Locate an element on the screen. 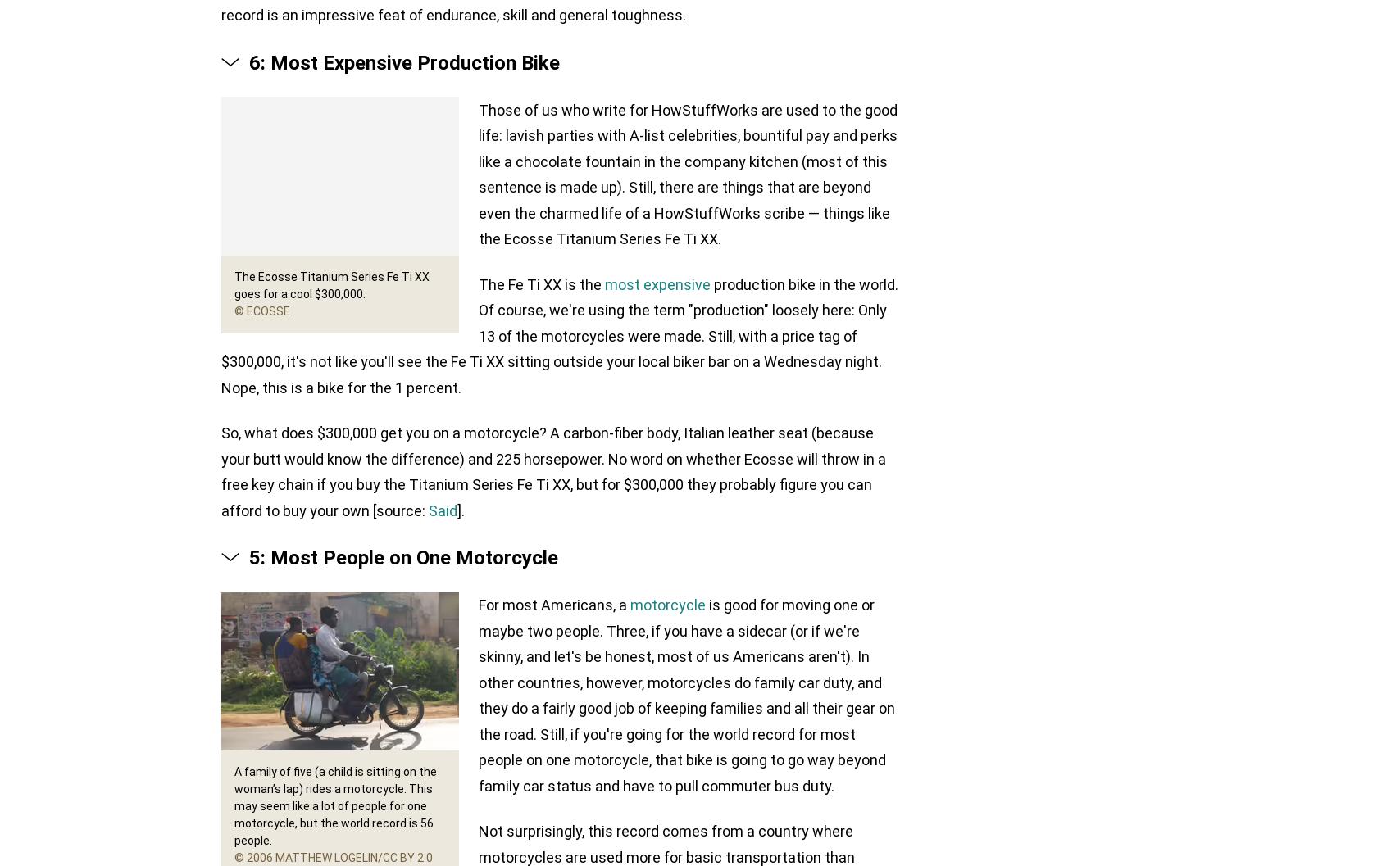 The image size is (1400, 866). 'So, what does $300,000 get you on a motorcycle? A carbon-fiber body, Italian leather seat (because your butt would know the difference) and 225 horsepower. No word on whether Ecosse will throw in a free key chain if you buy the Titanium Series Fe Ti XX, but for $300,000 they probably figure you can afford to buy your own [source:' is located at coordinates (553, 470).